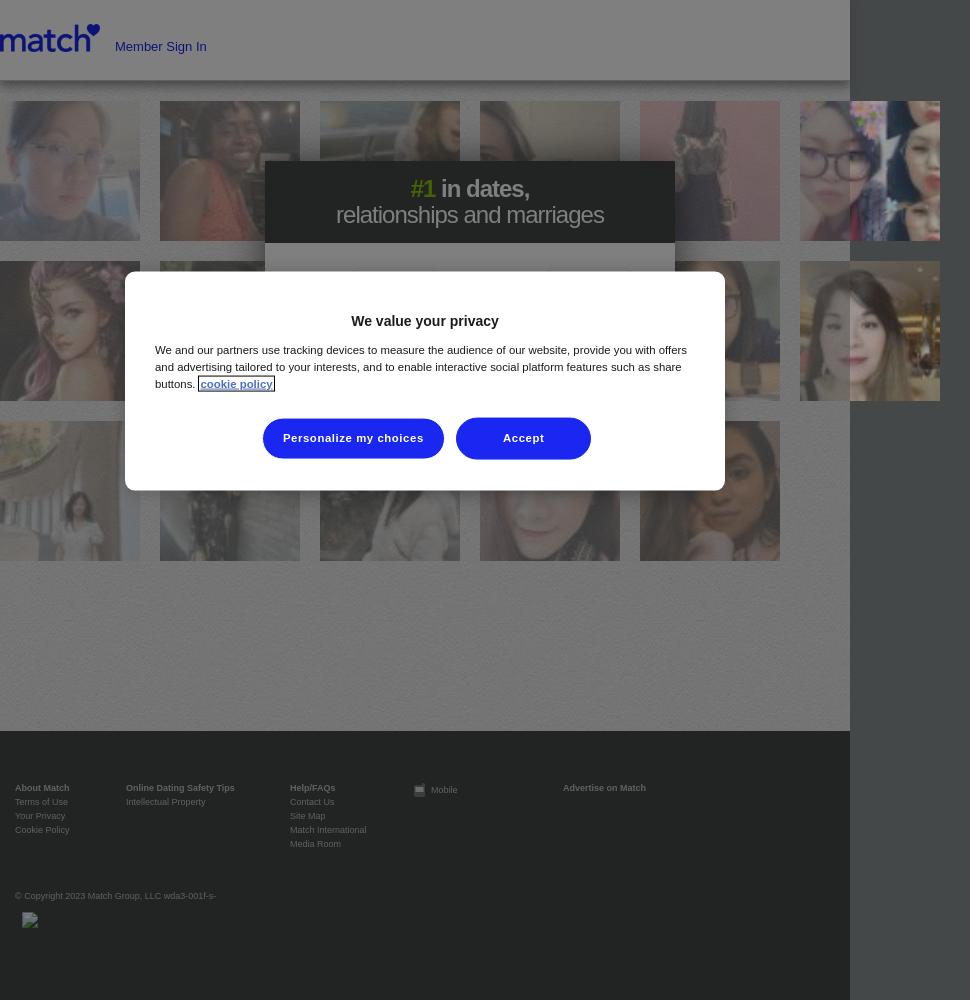 This screenshot has width=970, height=1000. I want to click on 'Advertise on Match', so click(604, 788).